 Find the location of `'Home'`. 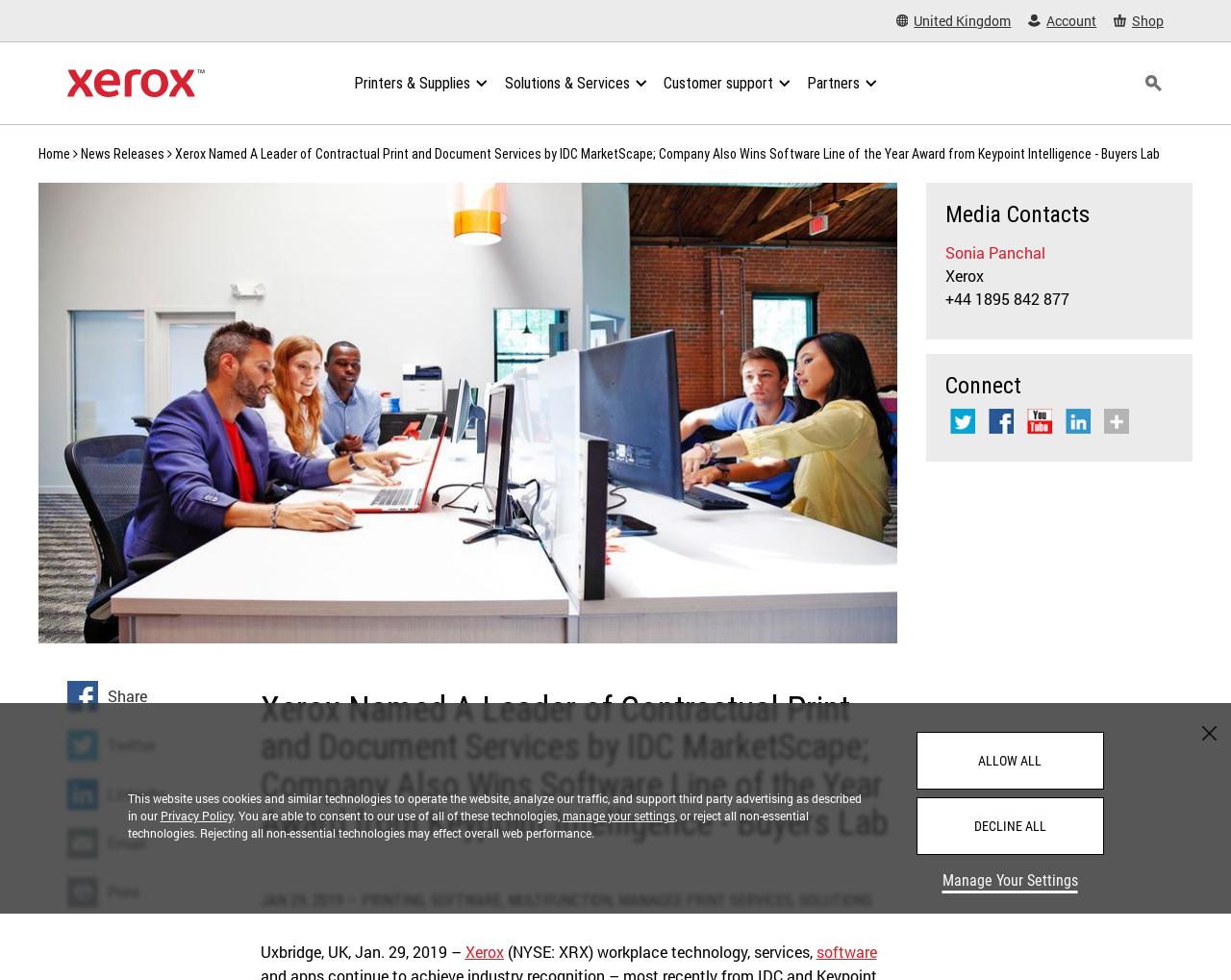

'Home' is located at coordinates (54, 153).